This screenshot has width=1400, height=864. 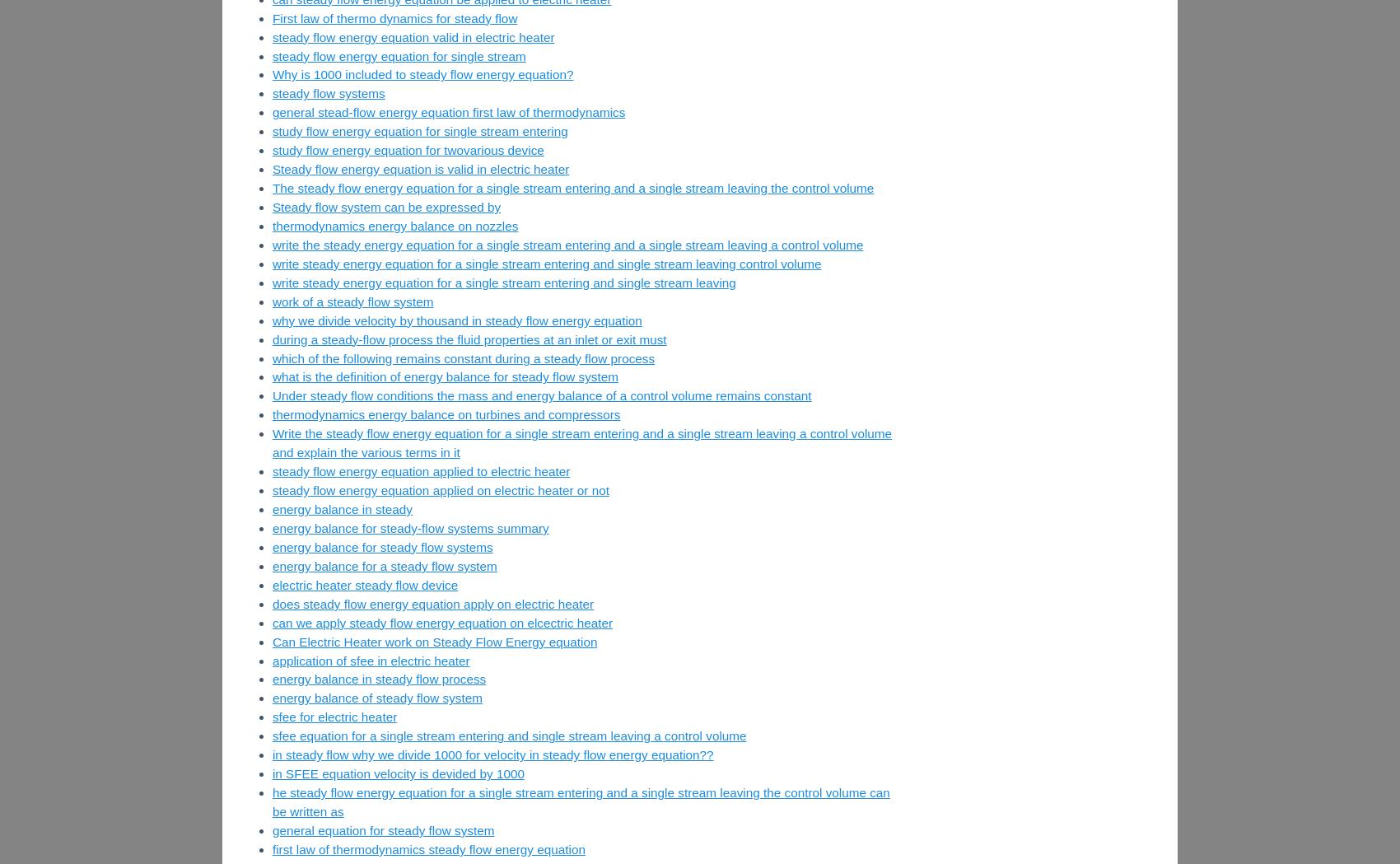 I want to click on 'steady flow energy equation for single stream', so click(x=398, y=55).